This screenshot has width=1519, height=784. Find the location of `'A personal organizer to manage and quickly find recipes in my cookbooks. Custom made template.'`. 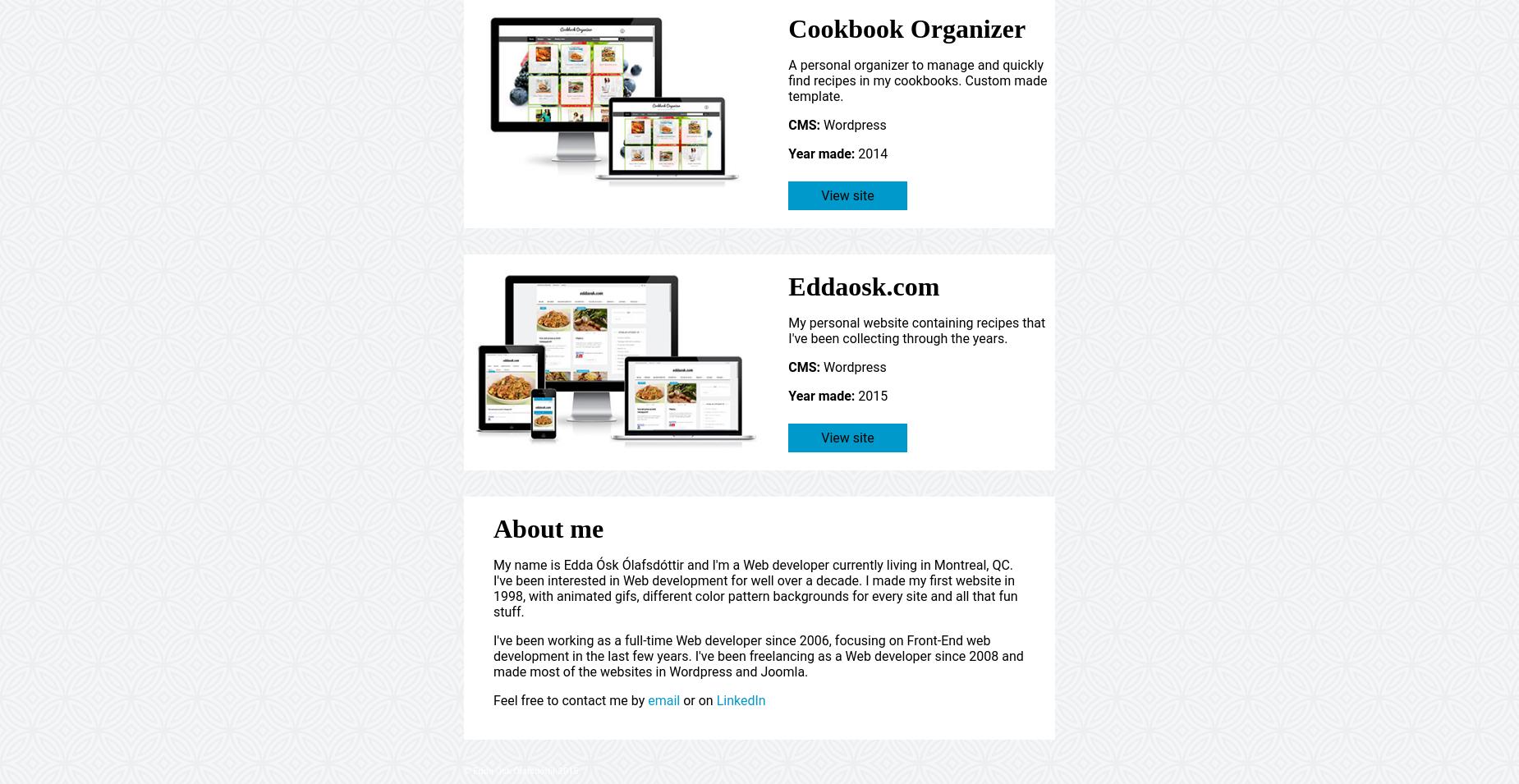

'A personal organizer to manage and quickly find recipes in my cookbooks. Custom made template.' is located at coordinates (916, 80).